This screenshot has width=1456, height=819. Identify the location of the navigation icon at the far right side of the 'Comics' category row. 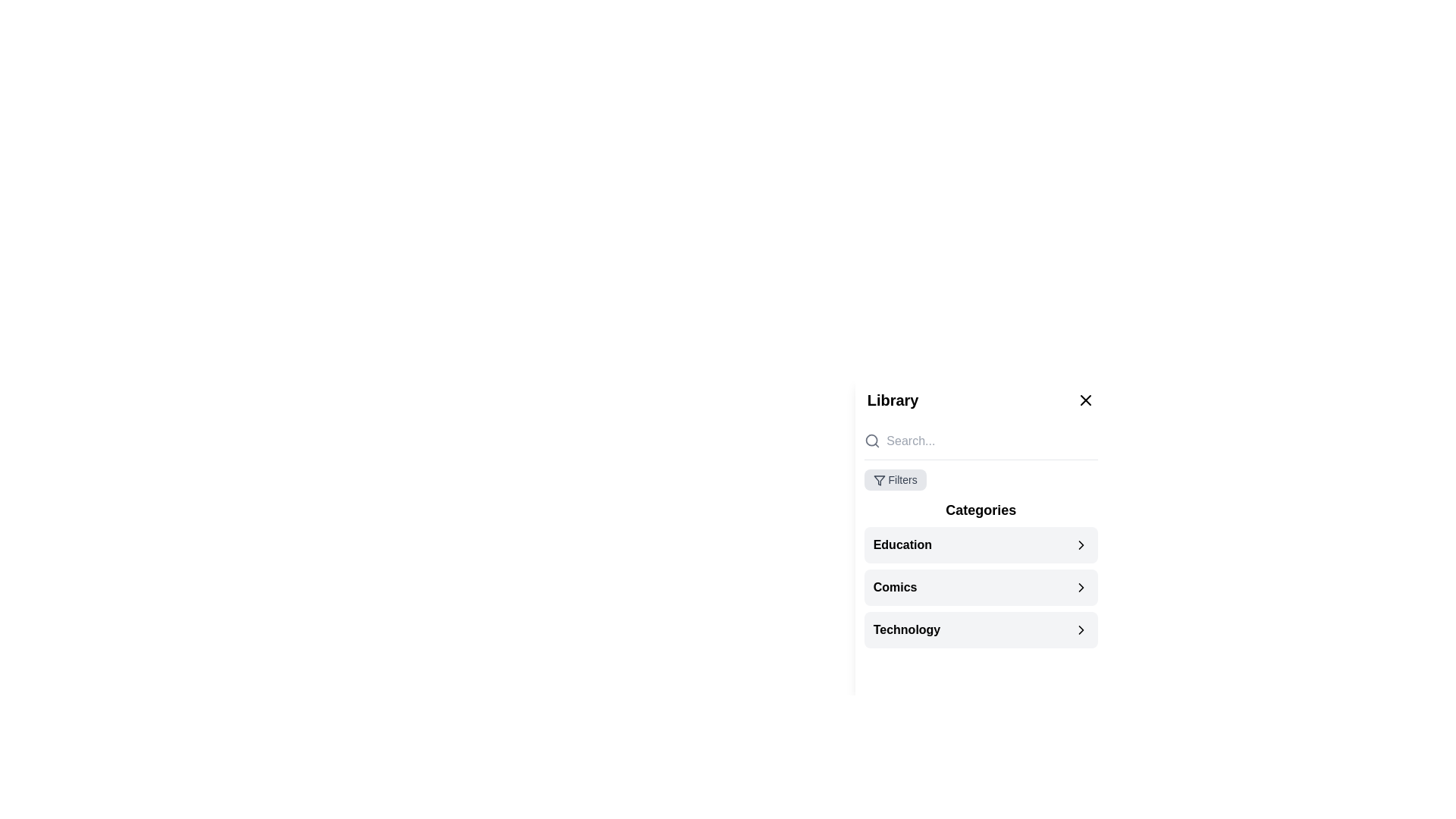
(1080, 587).